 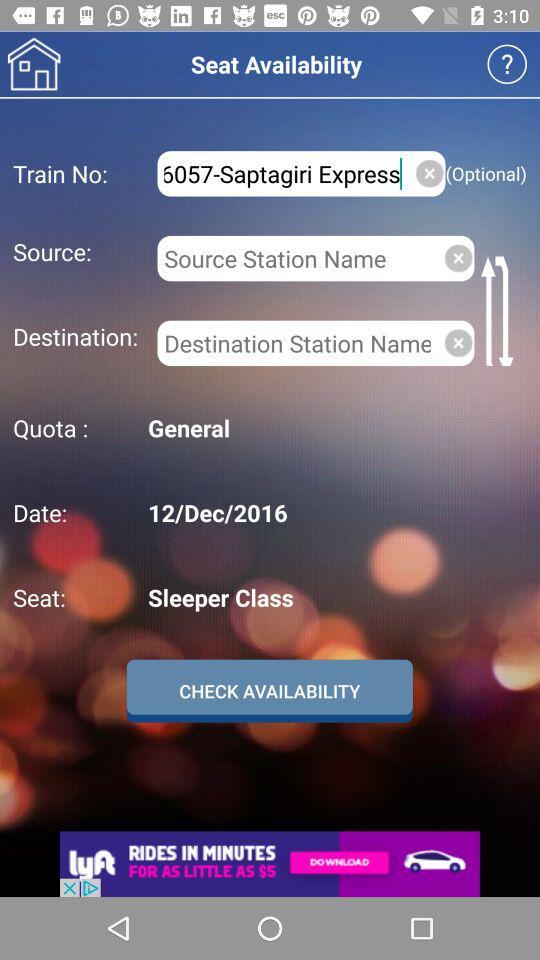 What do you see at coordinates (458, 257) in the screenshot?
I see `clear words` at bounding box center [458, 257].